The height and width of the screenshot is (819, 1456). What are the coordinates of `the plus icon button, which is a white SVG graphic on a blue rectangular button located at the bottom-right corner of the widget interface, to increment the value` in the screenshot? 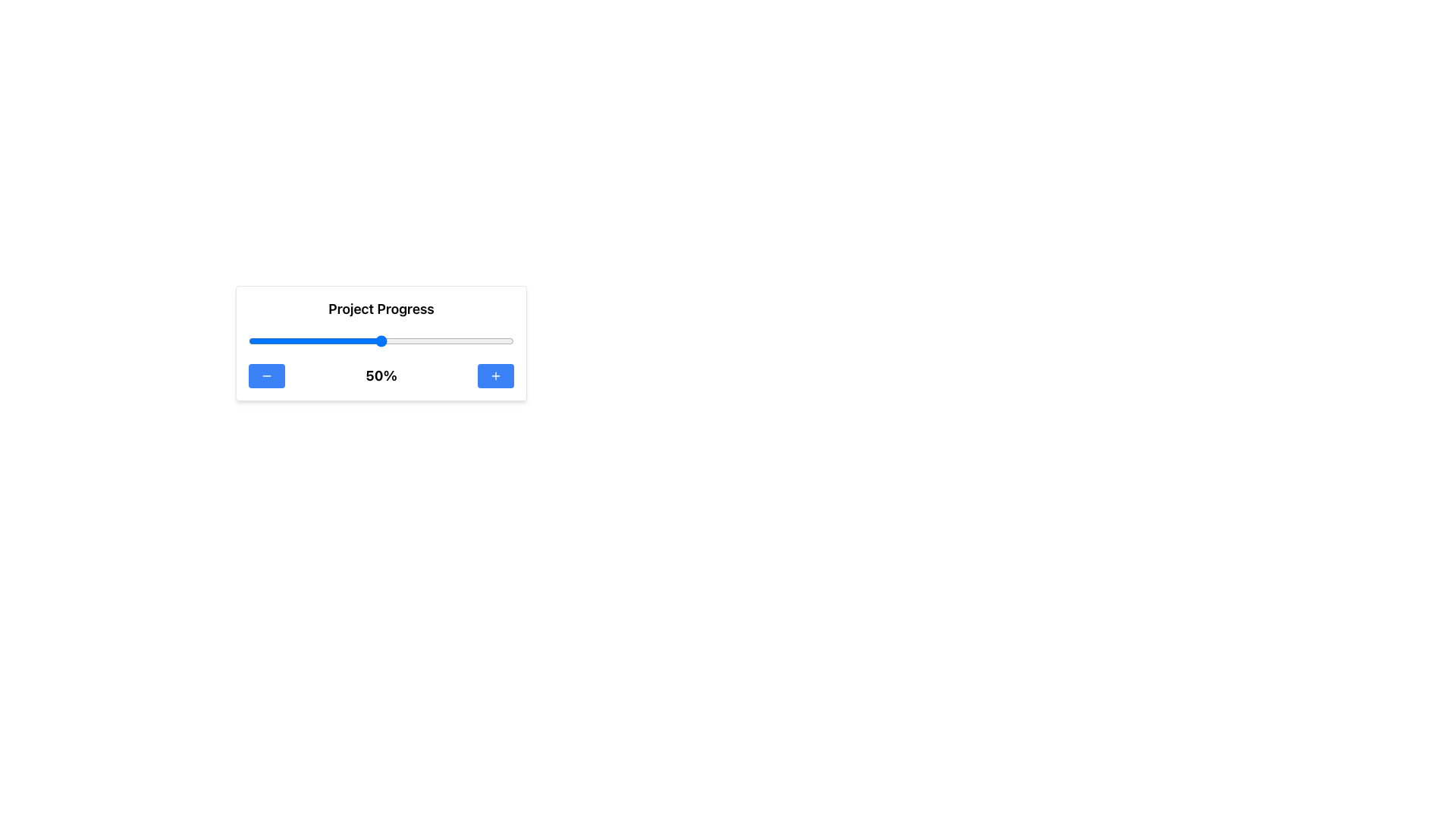 It's located at (495, 375).